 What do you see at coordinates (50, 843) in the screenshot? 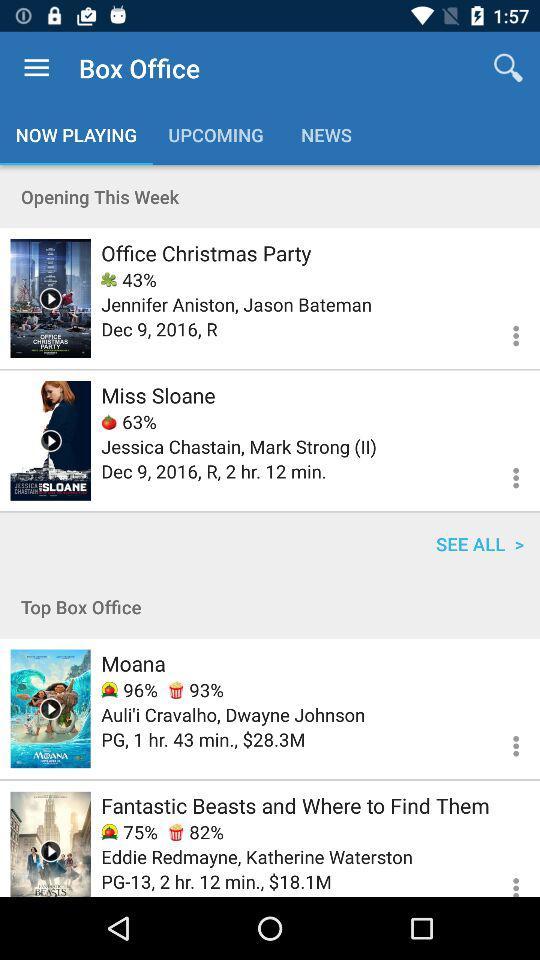
I see `movie` at bounding box center [50, 843].